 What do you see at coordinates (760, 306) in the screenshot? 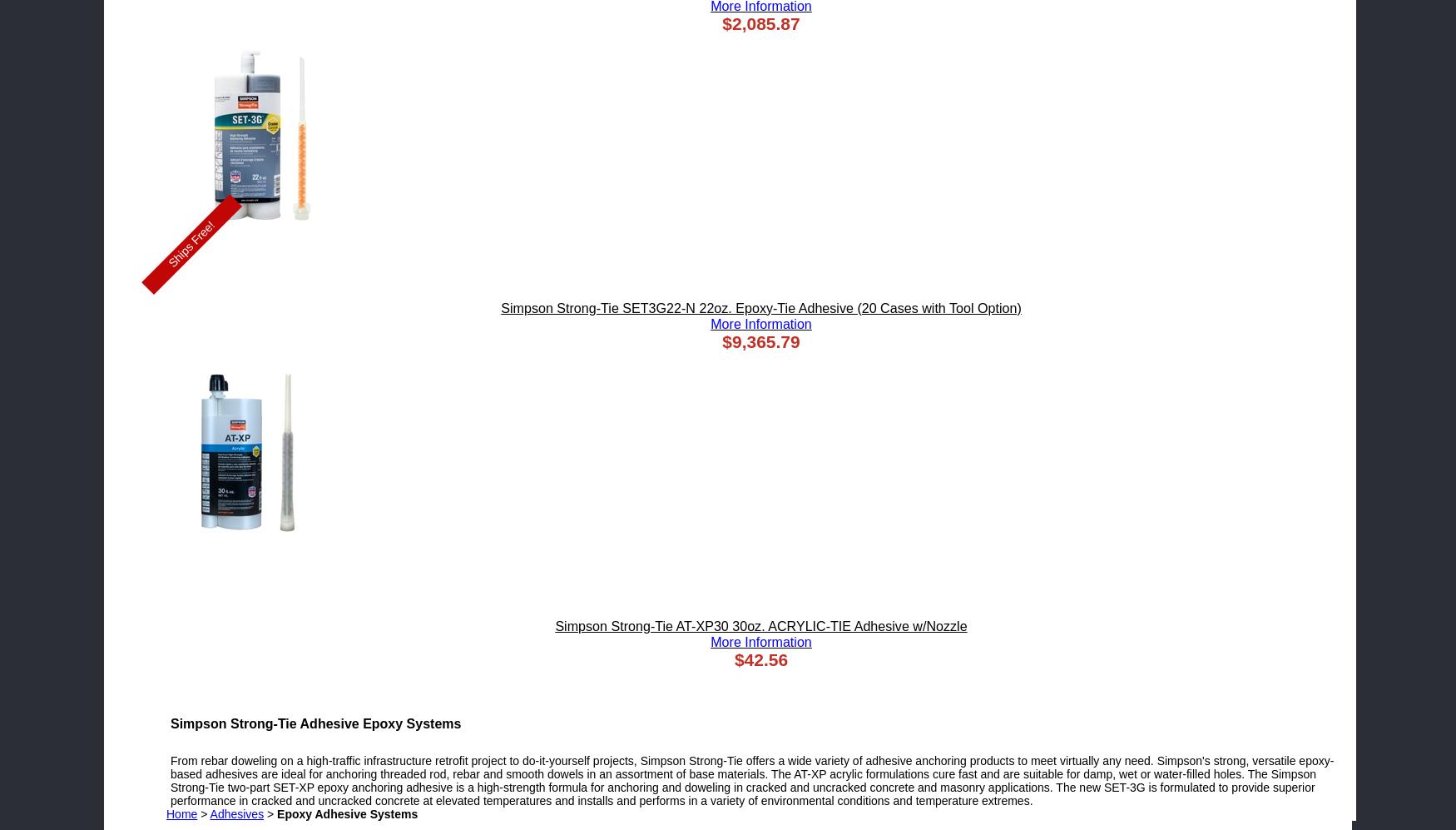
I see `'Simpson Strong-Tie SET3G22-N 22oz. Epoxy-Tie Adhesive (20 Cases with Tool Option)'` at bounding box center [760, 306].